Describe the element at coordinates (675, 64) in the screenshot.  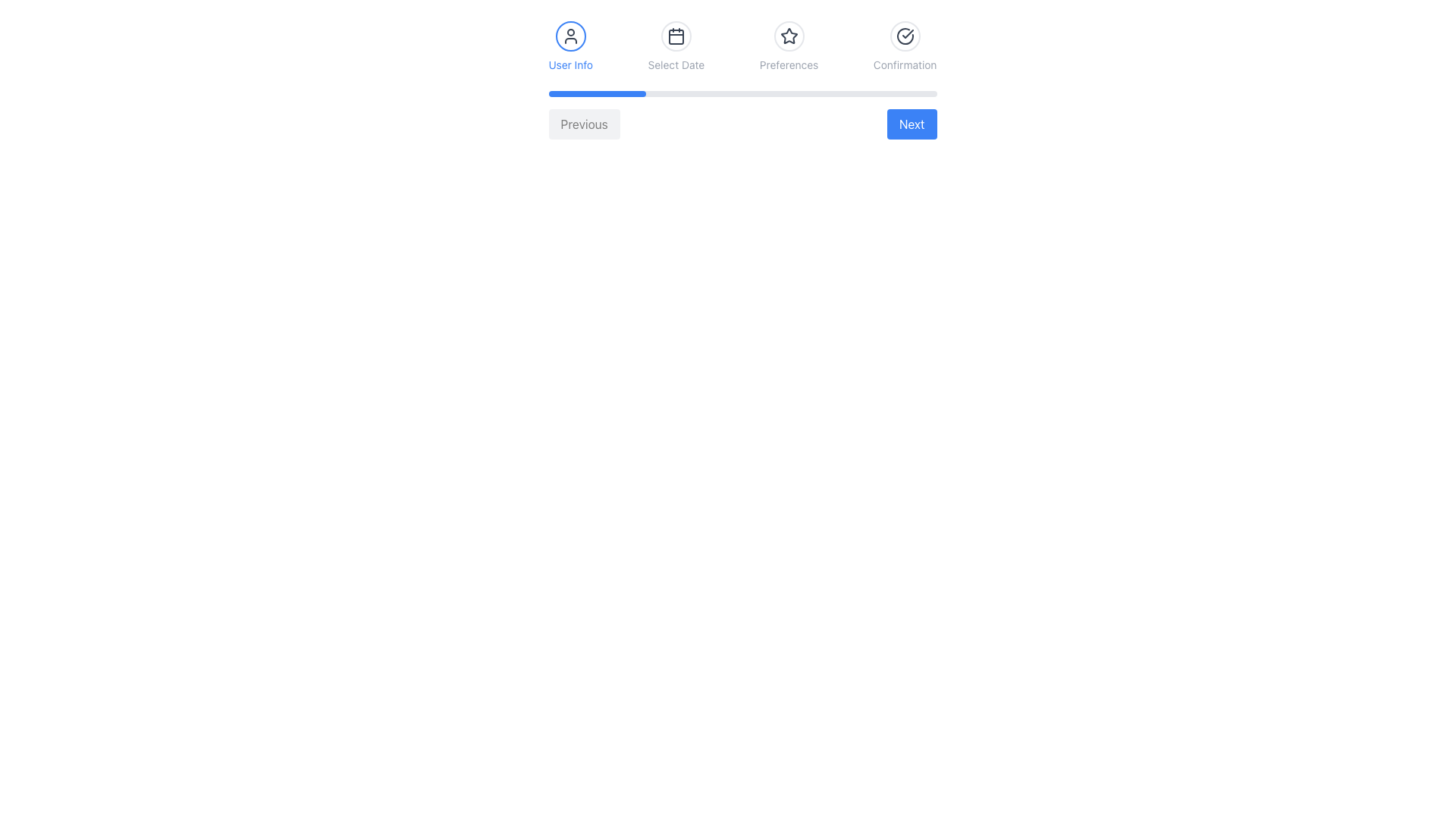
I see `the text label stating 'Select Date' which is centrally aligned beneath the calendar icon in the navigation bar` at that location.